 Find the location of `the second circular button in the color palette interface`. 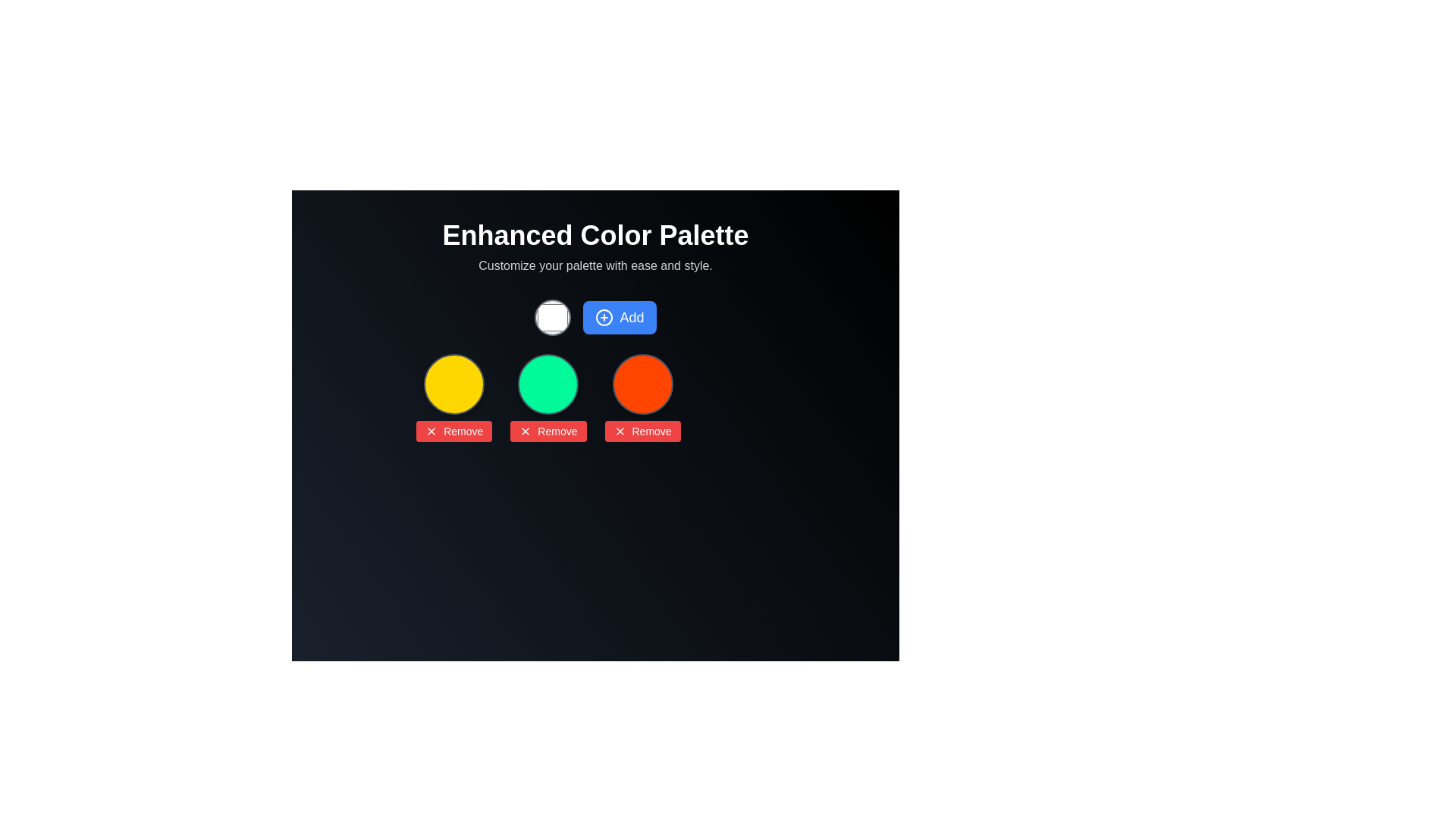

the second circular button in the color palette interface is located at coordinates (548, 383).